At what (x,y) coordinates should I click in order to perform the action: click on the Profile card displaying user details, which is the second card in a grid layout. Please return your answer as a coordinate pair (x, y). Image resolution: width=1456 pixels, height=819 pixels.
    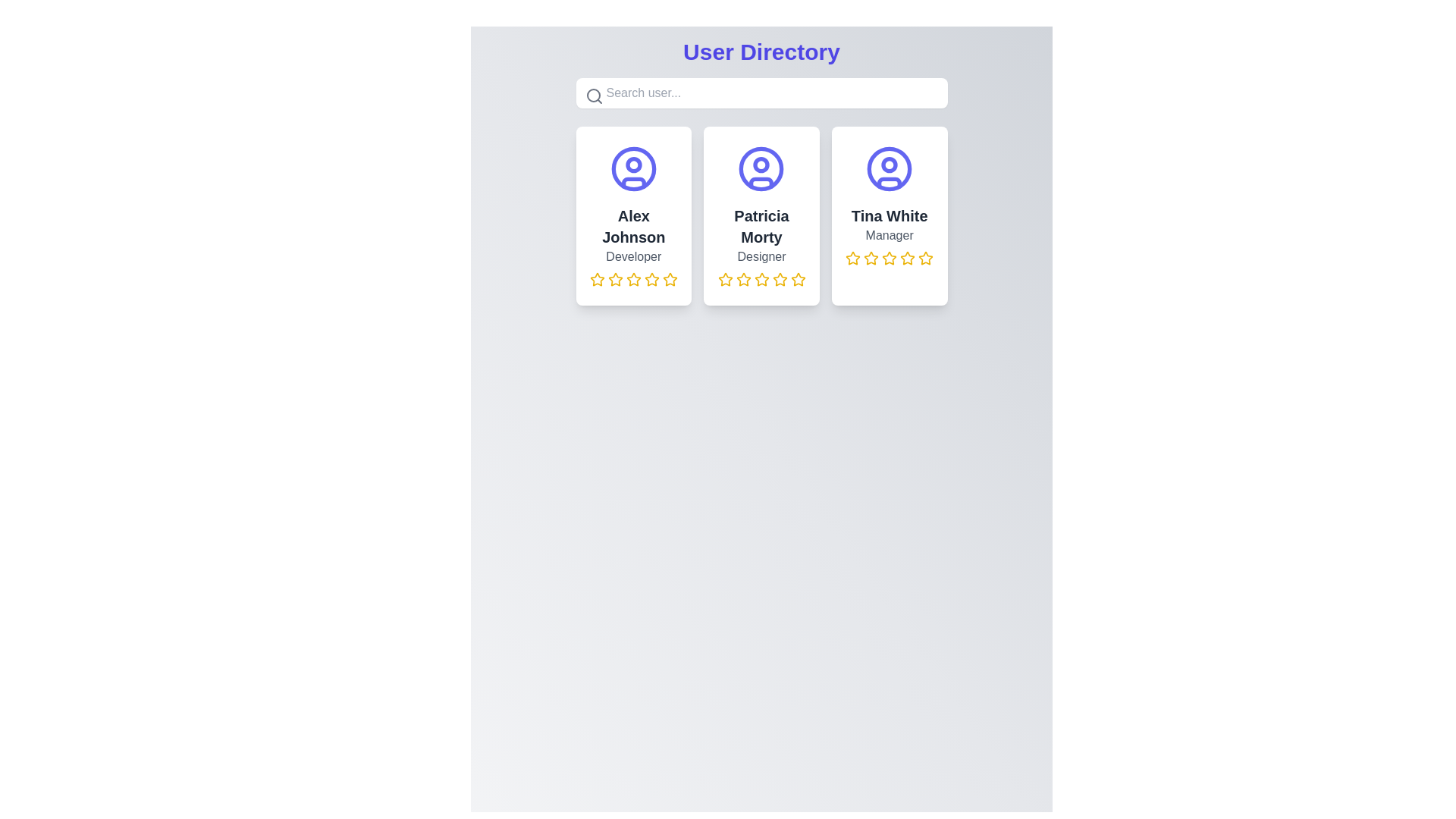
    Looking at the image, I should click on (761, 216).